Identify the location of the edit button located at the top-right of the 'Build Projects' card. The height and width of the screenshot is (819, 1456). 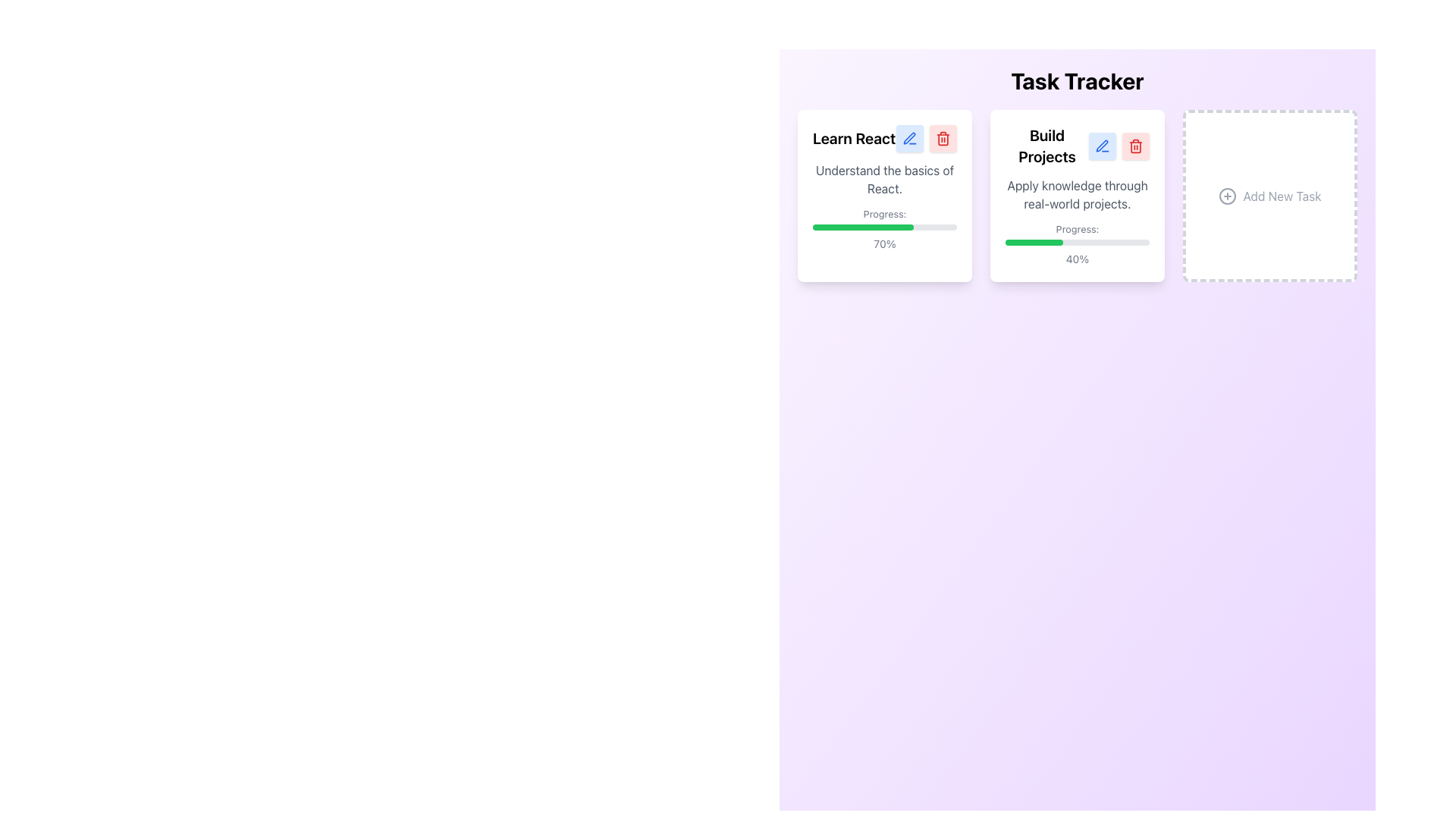
(1103, 146).